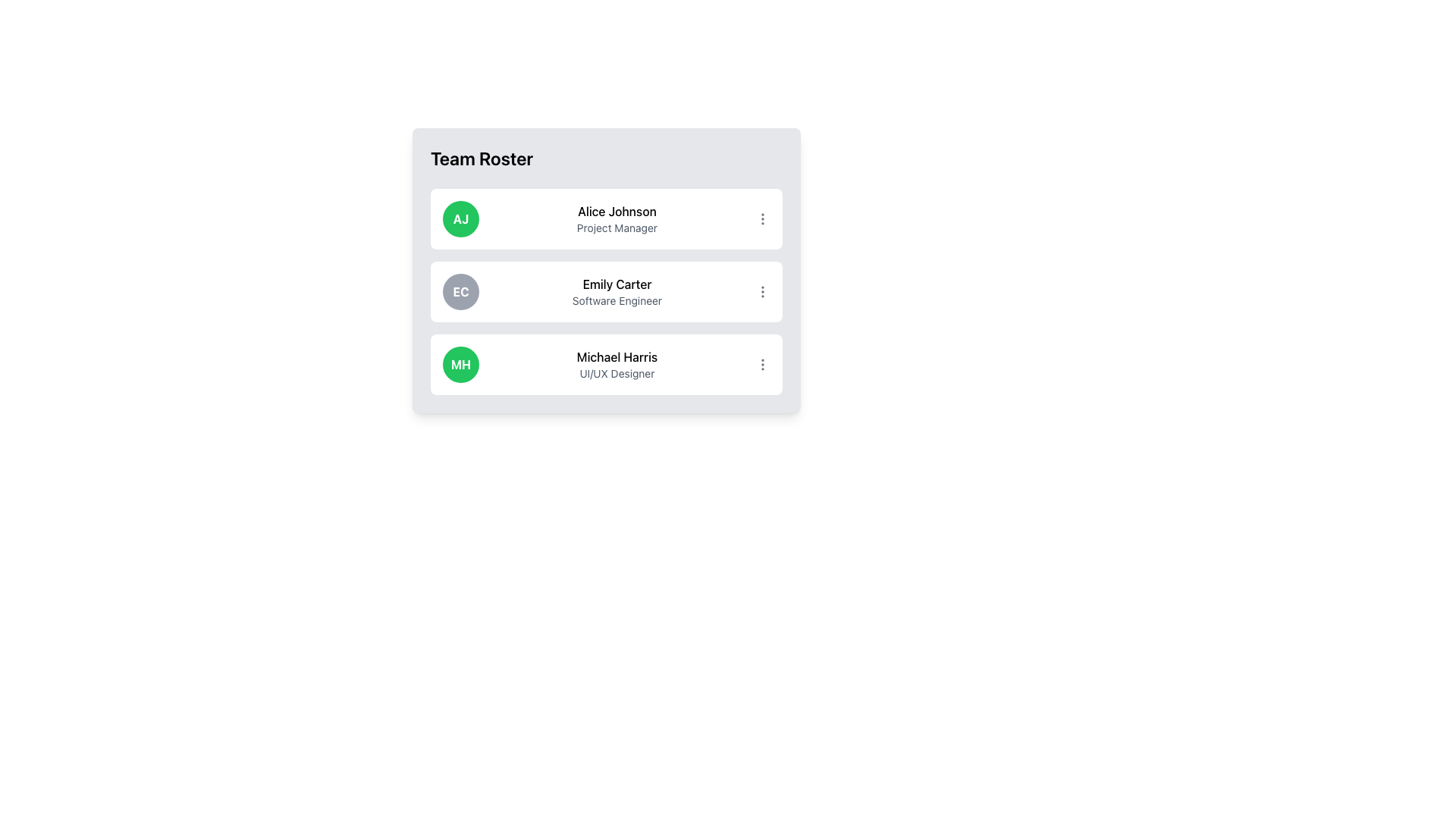 The image size is (1456, 819). Describe the element at coordinates (617, 301) in the screenshot. I see `text content of the 'Software Engineer' label, which is styled in a small-sized font and located below 'Emily Carter' in the Team Roster interface` at that location.